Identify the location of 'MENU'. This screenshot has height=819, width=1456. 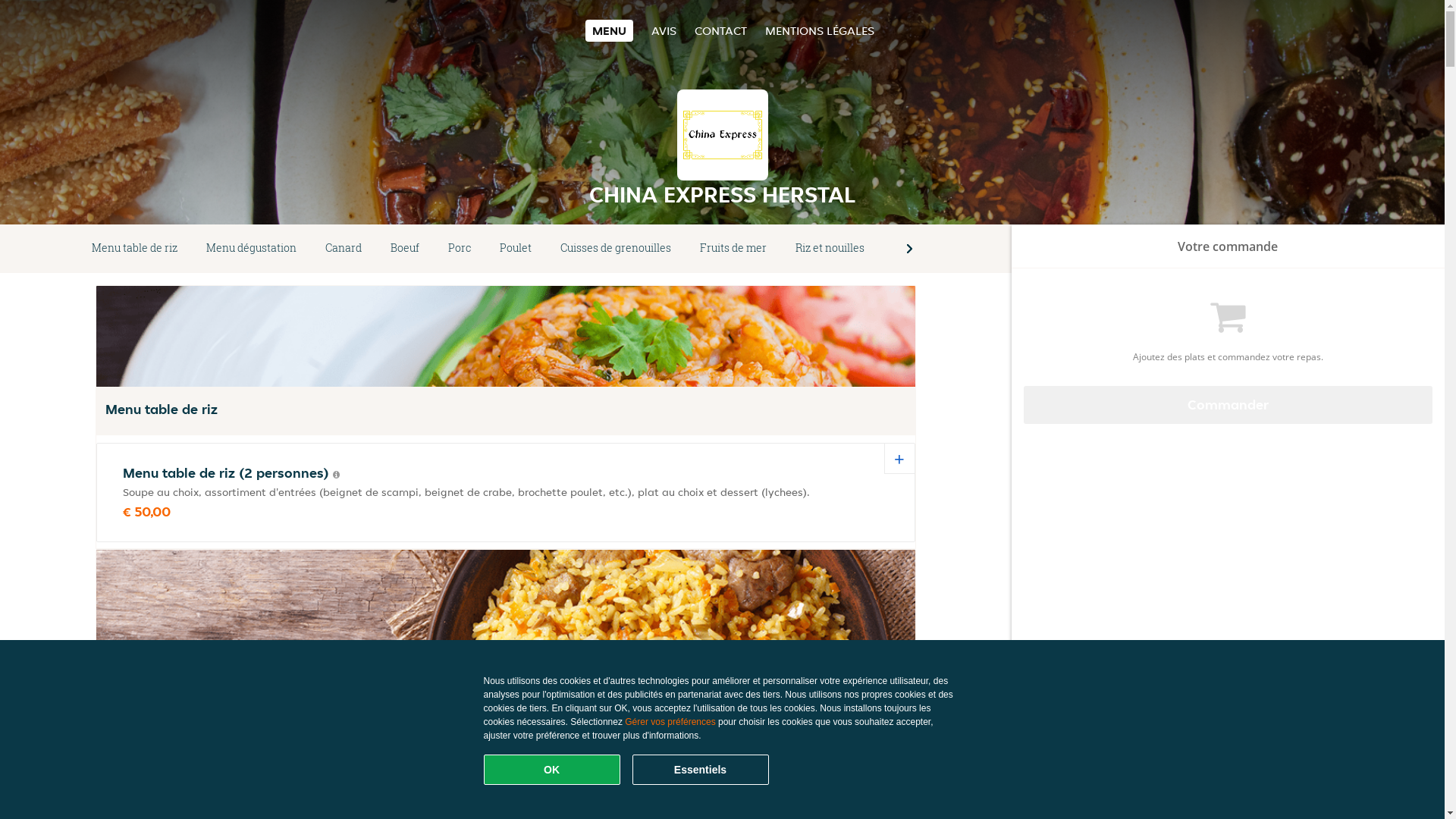
(585, 30).